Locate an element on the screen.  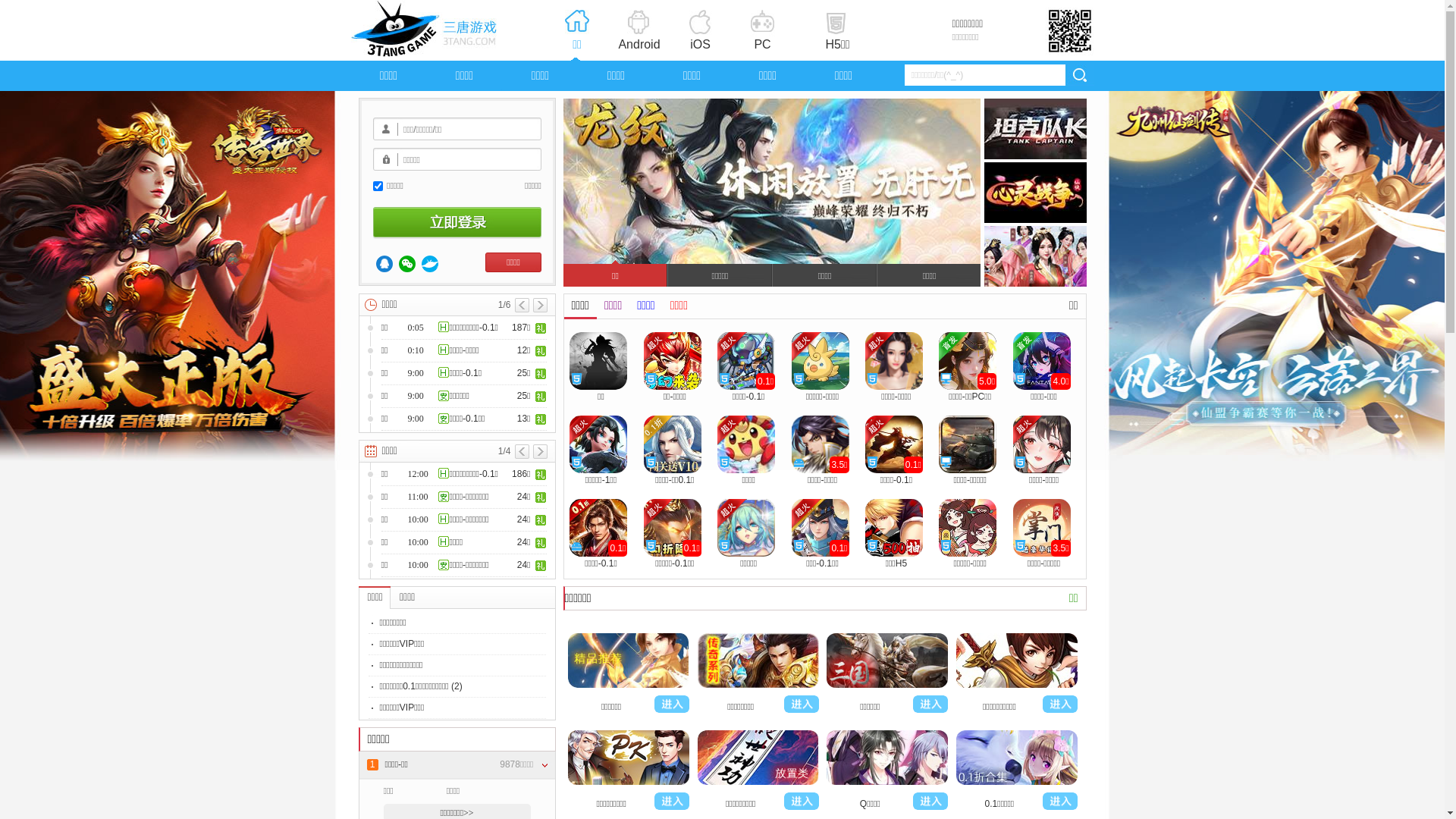
'iOS' is located at coordinates (698, 31).